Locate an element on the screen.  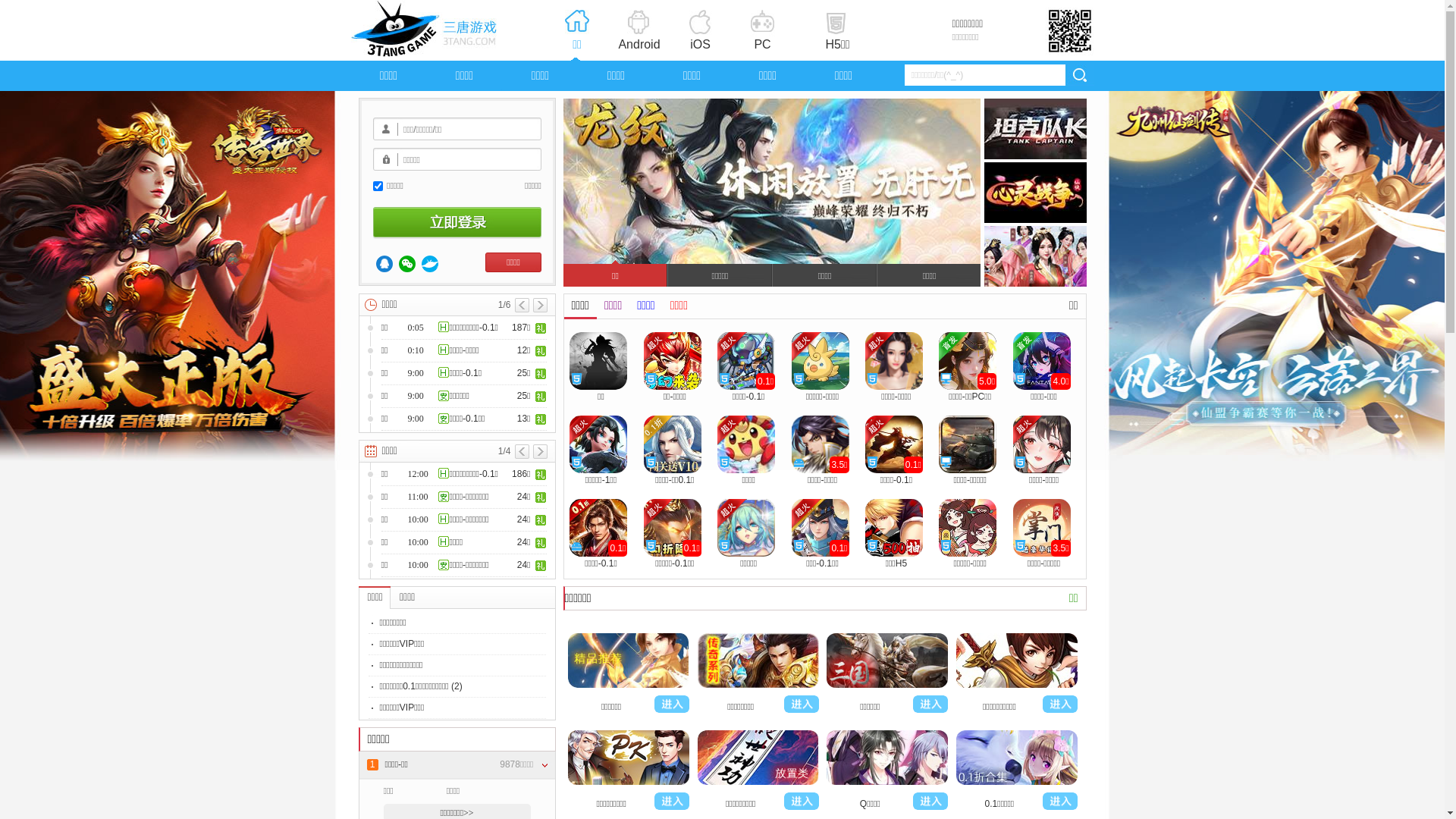
'iOS' is located at coordinates (698, 31).